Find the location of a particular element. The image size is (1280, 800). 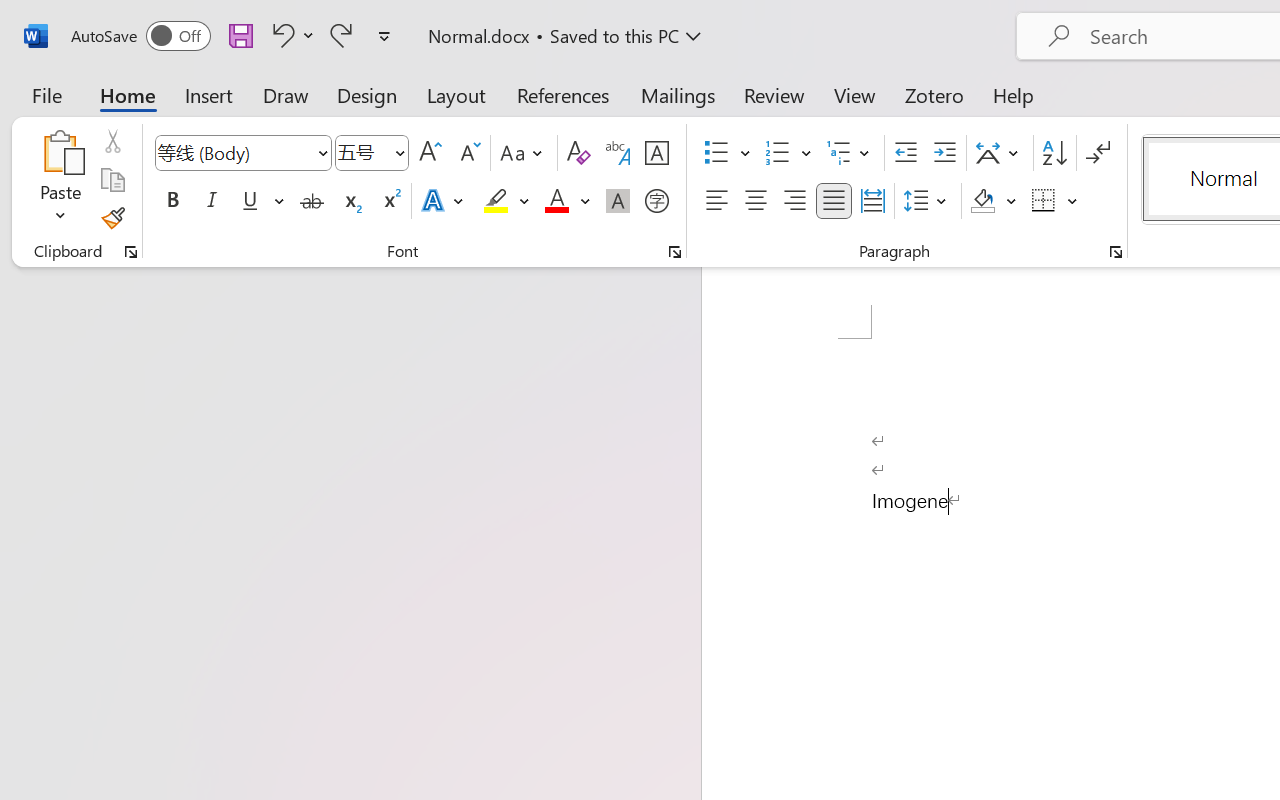

'Bold' is located at coordinates (172, 201).